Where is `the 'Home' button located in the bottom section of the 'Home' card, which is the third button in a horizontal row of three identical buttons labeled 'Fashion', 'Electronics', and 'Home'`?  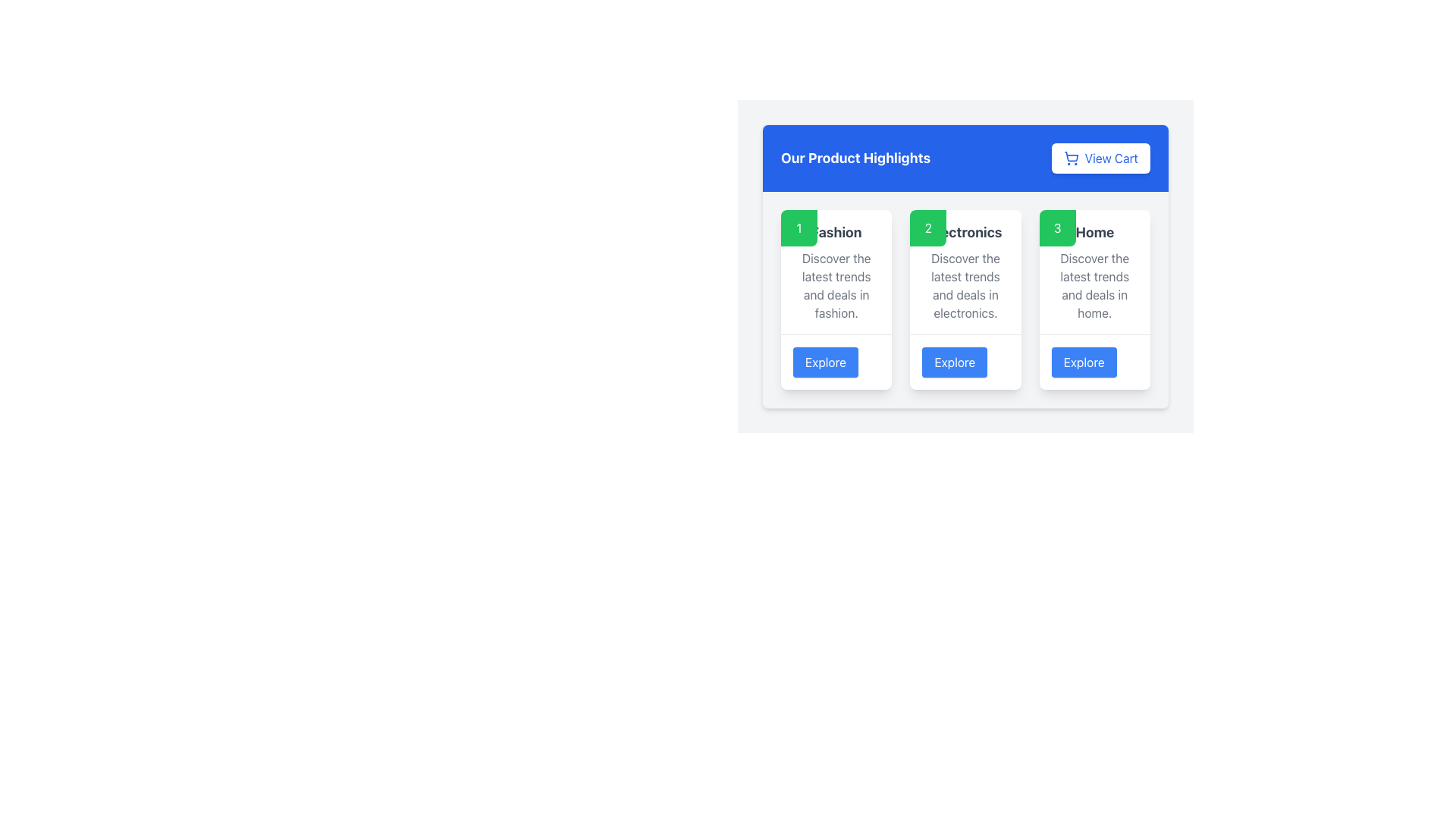
the 'Home' button located in the bottom section of the 'Home' card, which is the third button in a horizontal row of three identical buttons labeled 'Fashion', 'Electronics', and 'Home' is located at coordinates (1094, 362).